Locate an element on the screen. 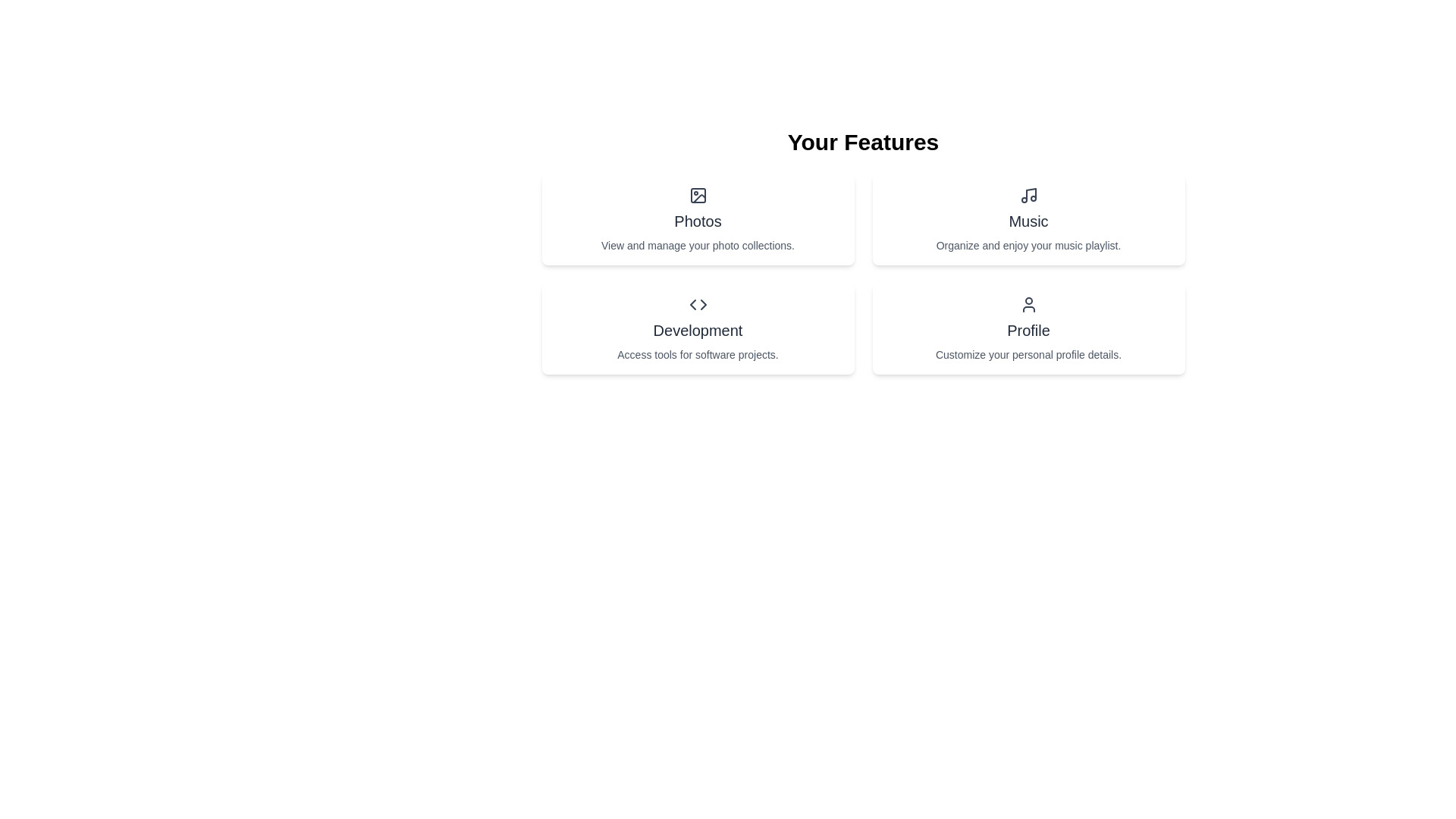 This screenshot has height=819, width=1456. the right-pointing triangle of the icon located at the top-left of the 'Development' feature card is located at coordinates (702, 304).